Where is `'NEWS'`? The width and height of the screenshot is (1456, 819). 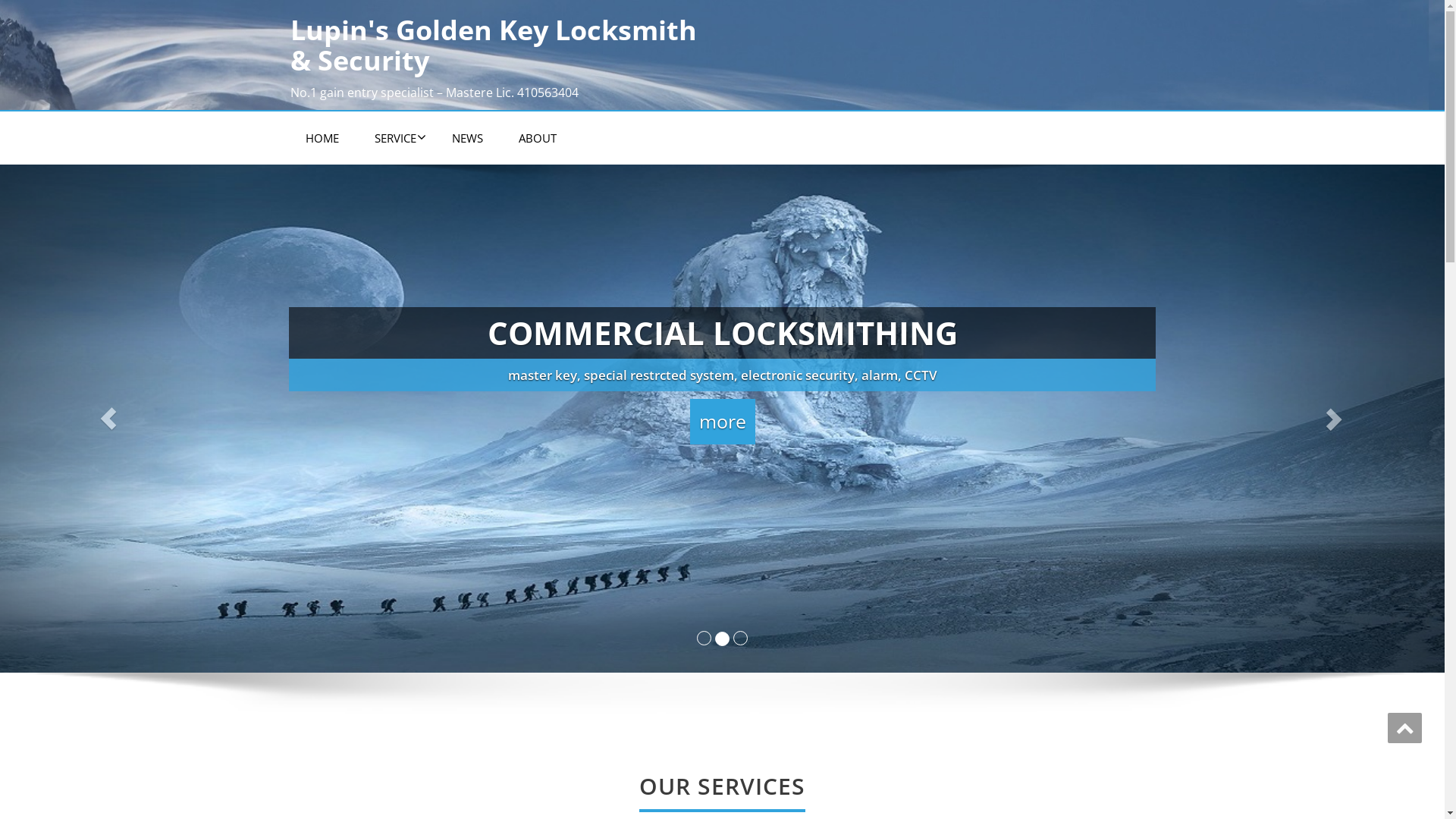 'NEWS' is located at coordinates (466, 137).